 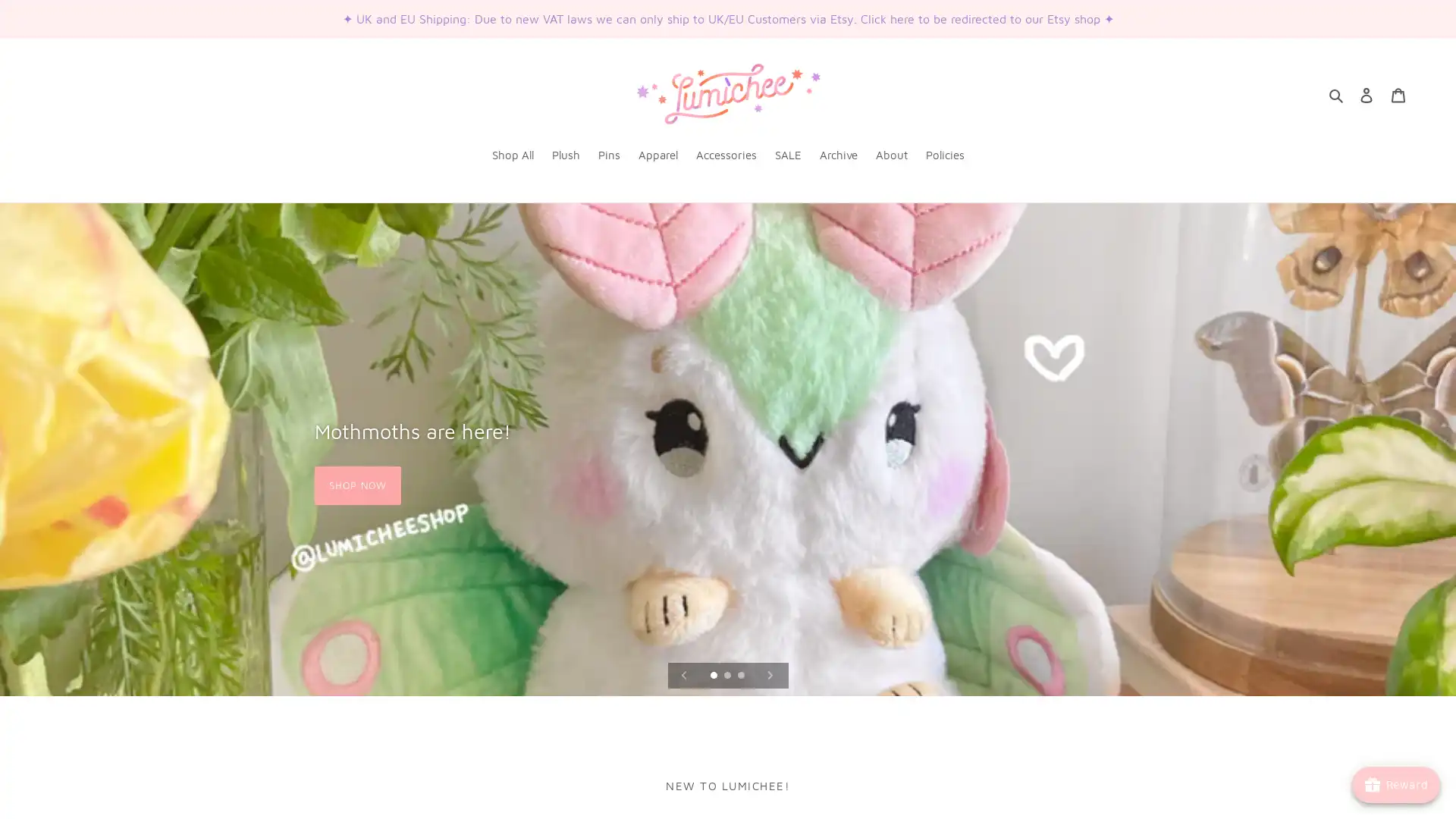 I want to click on Search, so click(x=1336, y=94).